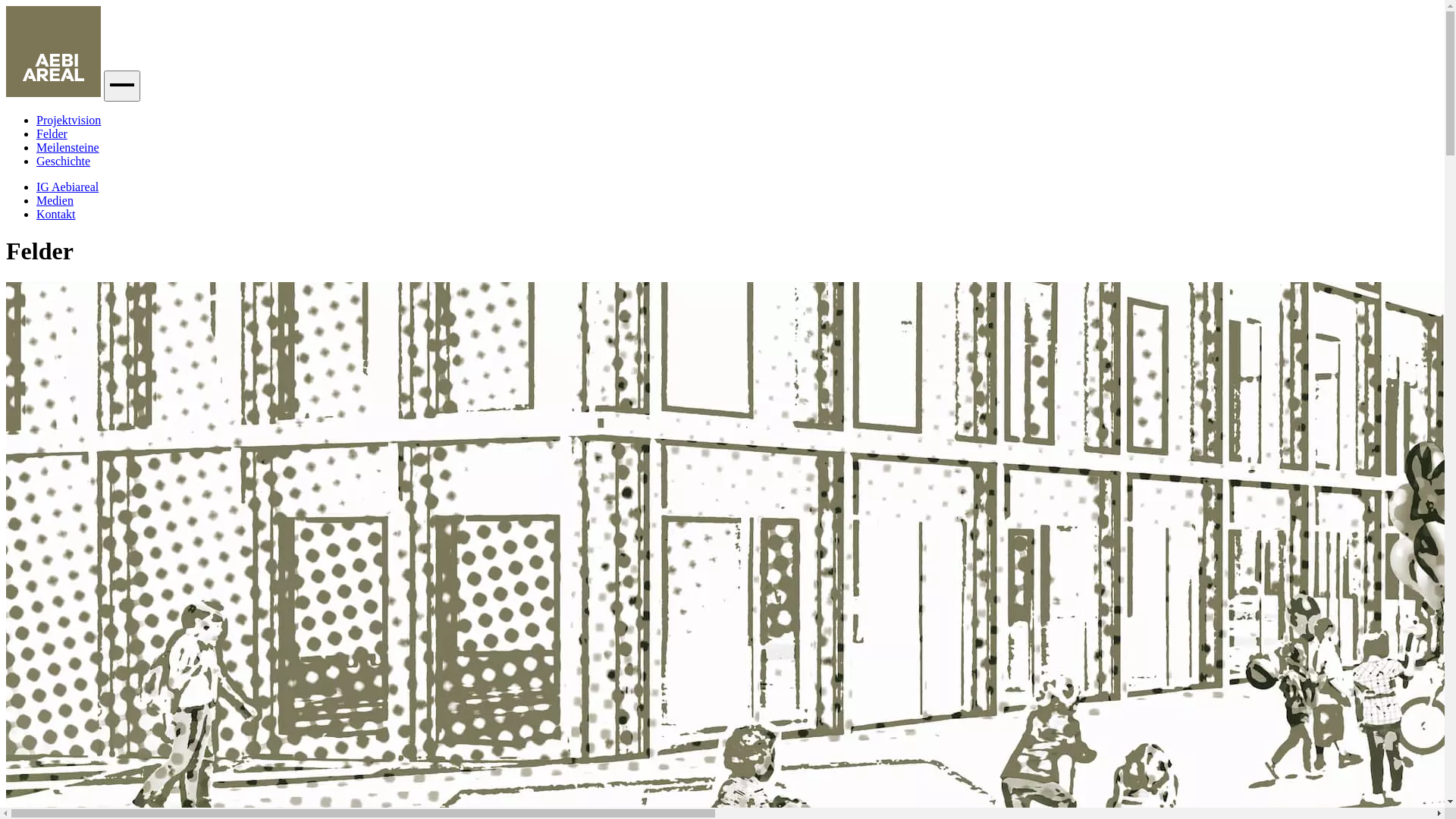  I want to click on 'Kontakt', so click(55, 214).